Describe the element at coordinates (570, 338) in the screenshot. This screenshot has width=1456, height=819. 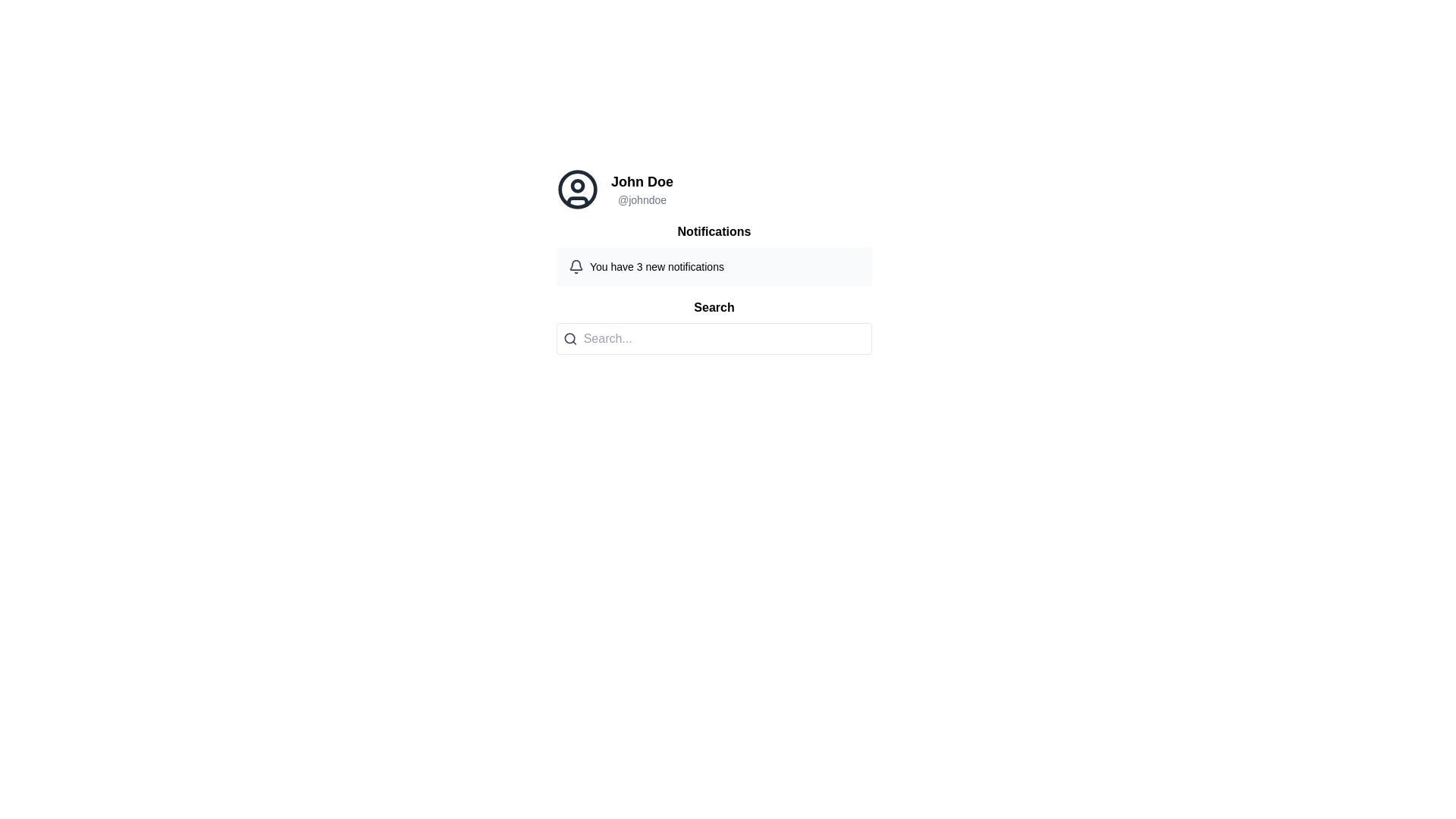
I see `the search icon located to the far left of the bordered text input area, which precedes the 'Search...' placeholder text field` at that location.